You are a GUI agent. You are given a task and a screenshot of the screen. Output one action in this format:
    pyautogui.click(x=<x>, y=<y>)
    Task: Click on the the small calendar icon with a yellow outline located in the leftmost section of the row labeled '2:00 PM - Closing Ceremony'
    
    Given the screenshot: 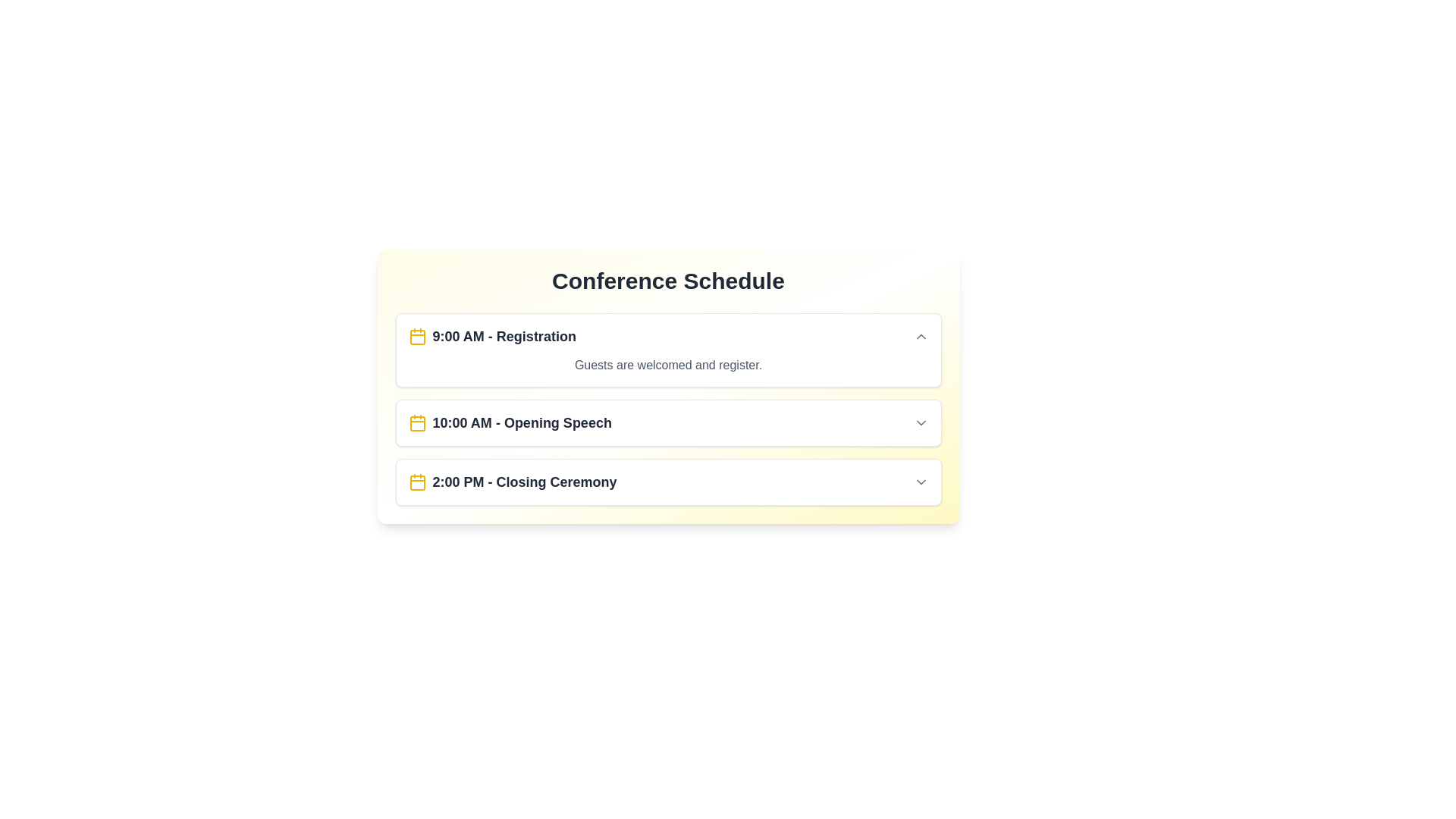 What is the action you would take?
    pyautogui.click(x=417, y=482)
    